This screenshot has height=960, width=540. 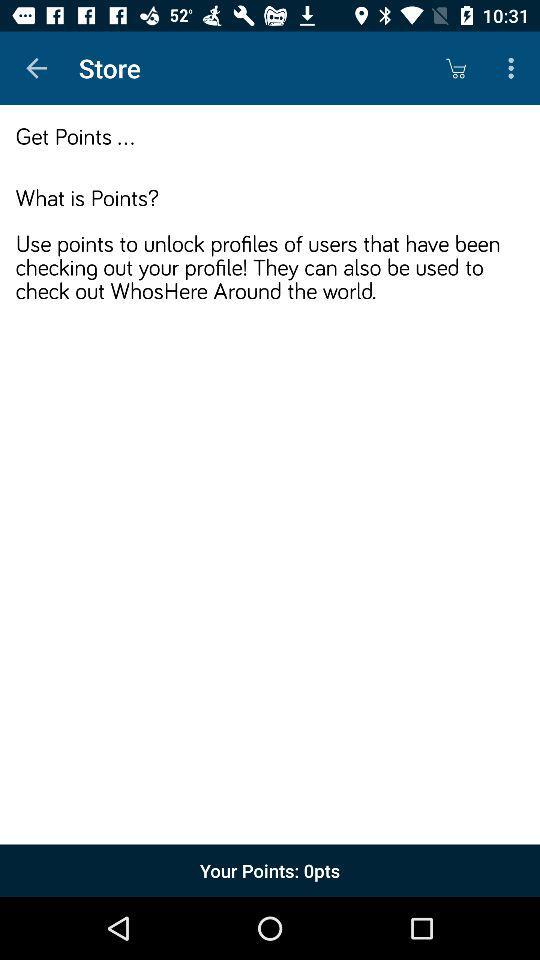 I want to click on the app next to the store item, so click(x=36, y=68).